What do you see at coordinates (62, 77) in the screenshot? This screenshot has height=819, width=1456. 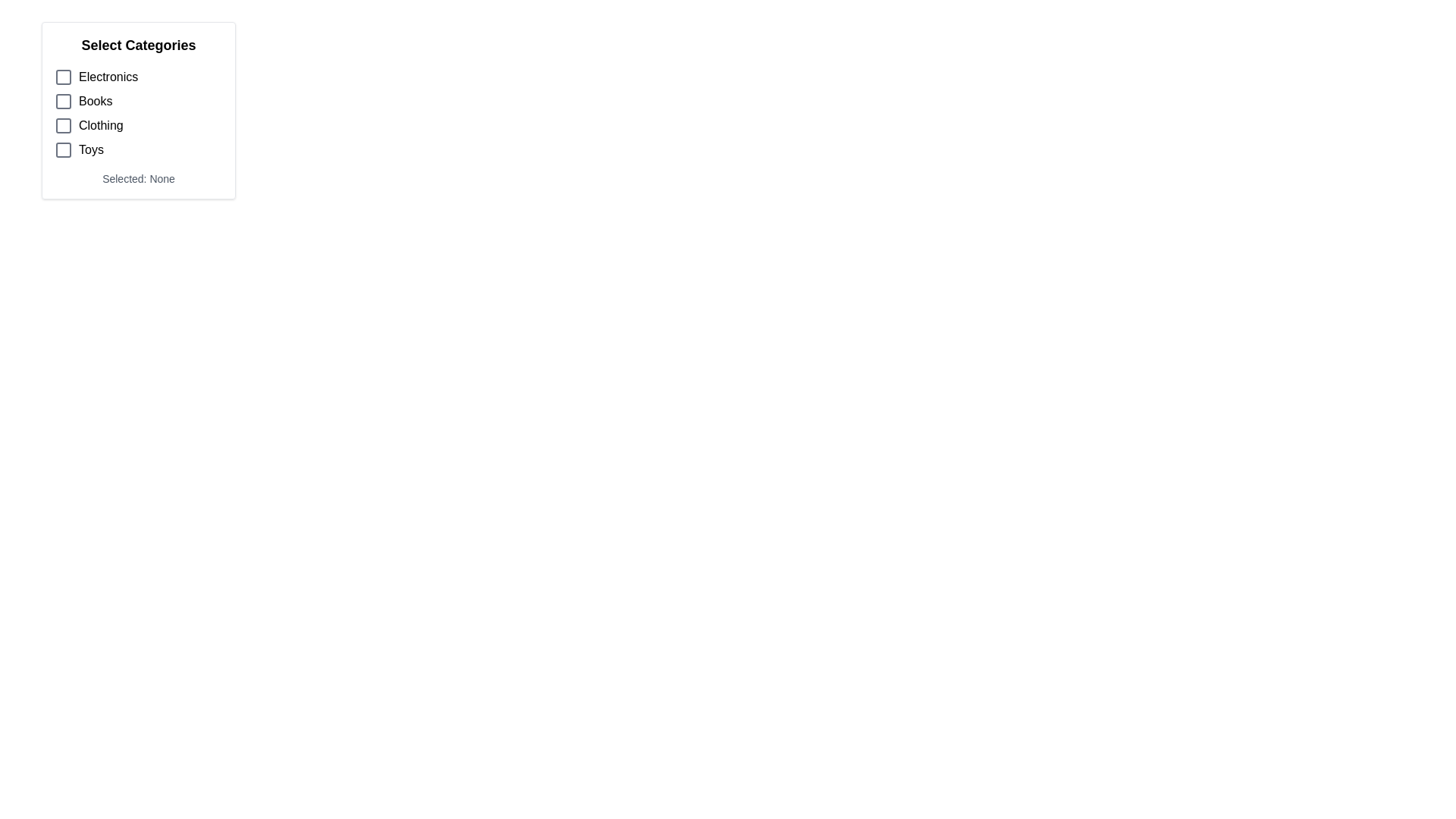 I see `the checkbox for the 'Electronics' category located at the top-left of the 'Select Categories' card` at bounding box center [62, 77].